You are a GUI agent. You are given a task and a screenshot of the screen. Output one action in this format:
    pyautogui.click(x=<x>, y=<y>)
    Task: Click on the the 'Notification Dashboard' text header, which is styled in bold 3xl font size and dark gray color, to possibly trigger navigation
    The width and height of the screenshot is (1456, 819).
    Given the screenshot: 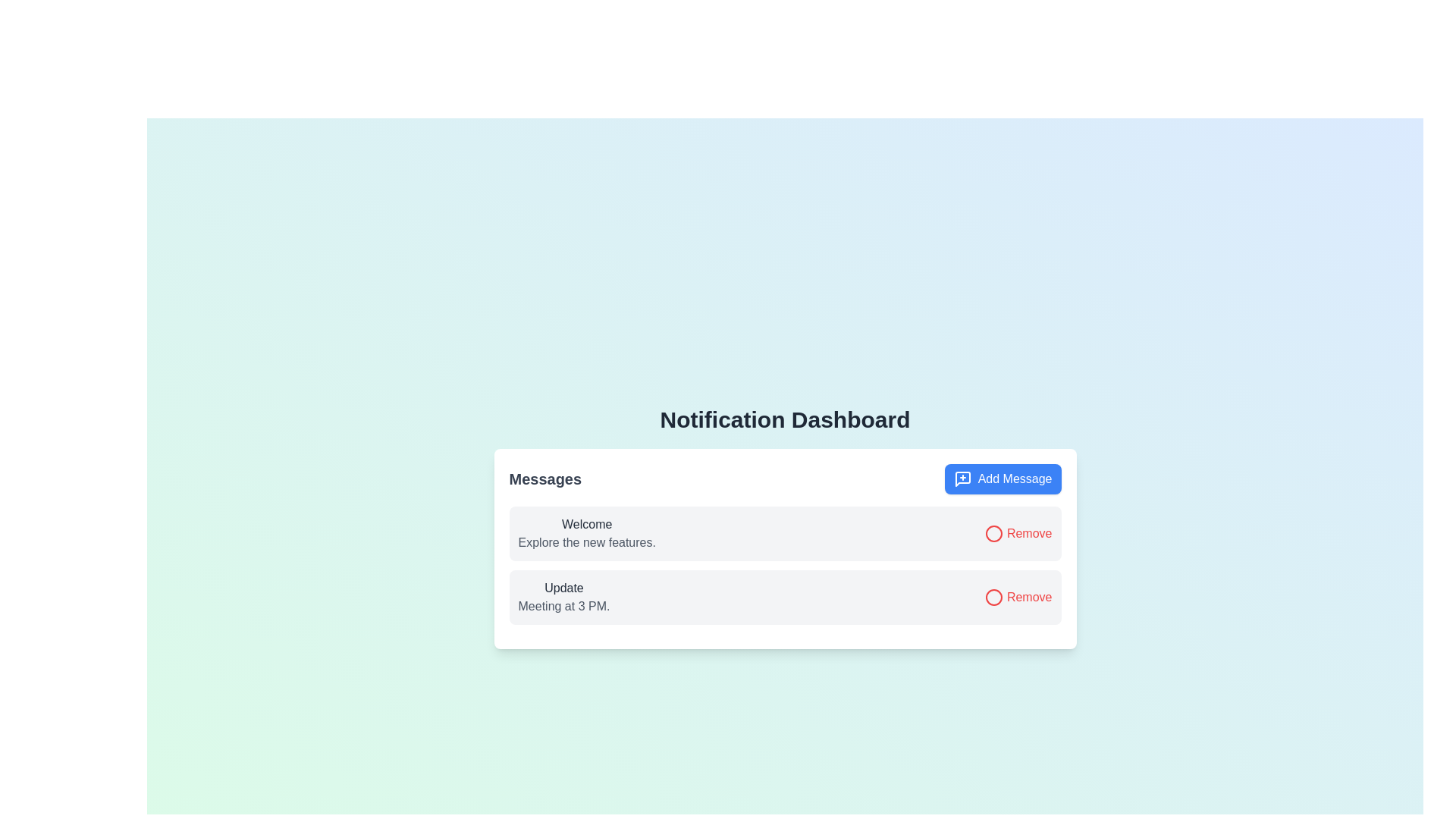 What is the action you would take?
    pyautogui.click(x=785, y=420)
    